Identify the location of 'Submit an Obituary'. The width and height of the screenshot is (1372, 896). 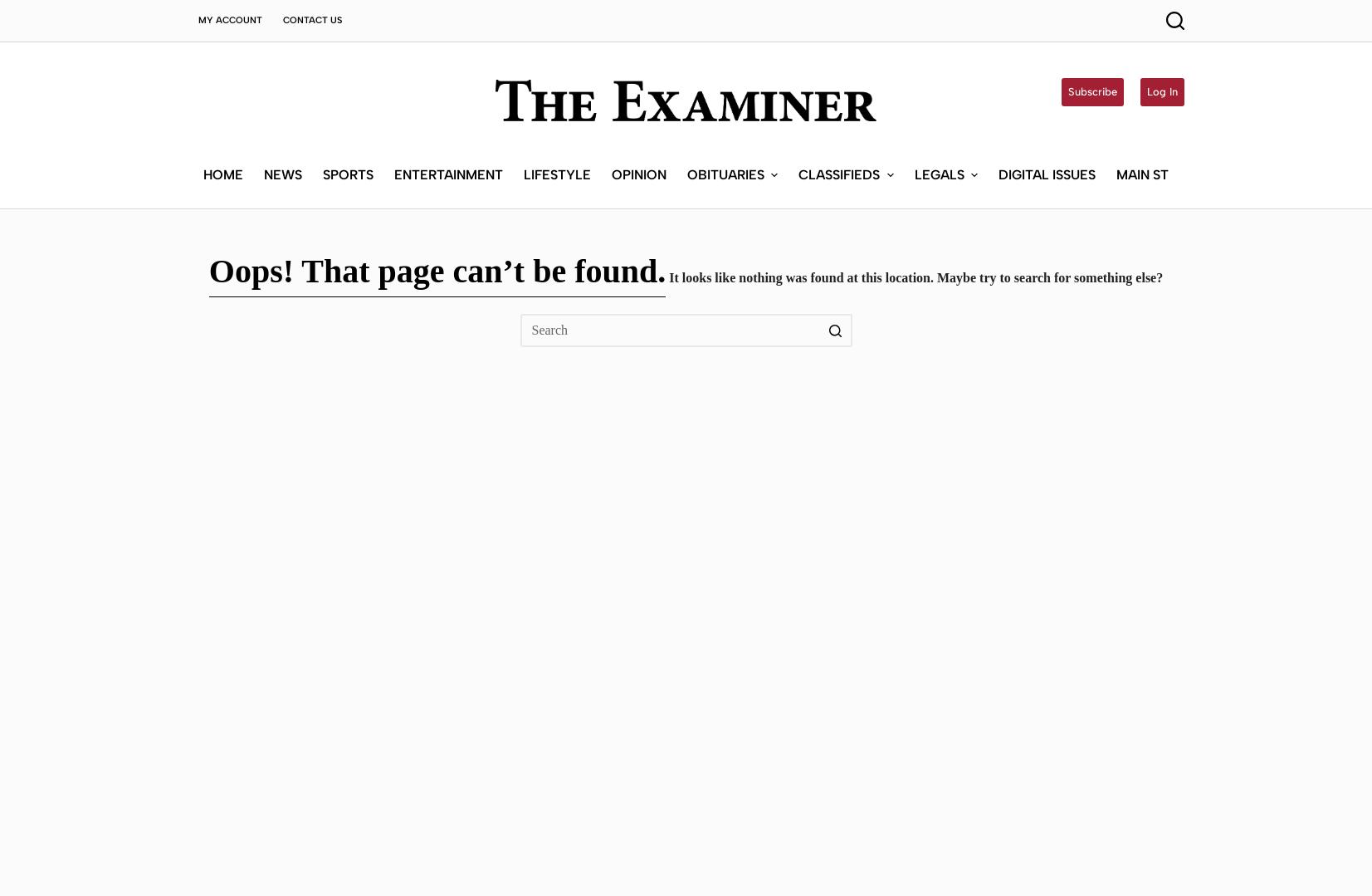
(744, 121).